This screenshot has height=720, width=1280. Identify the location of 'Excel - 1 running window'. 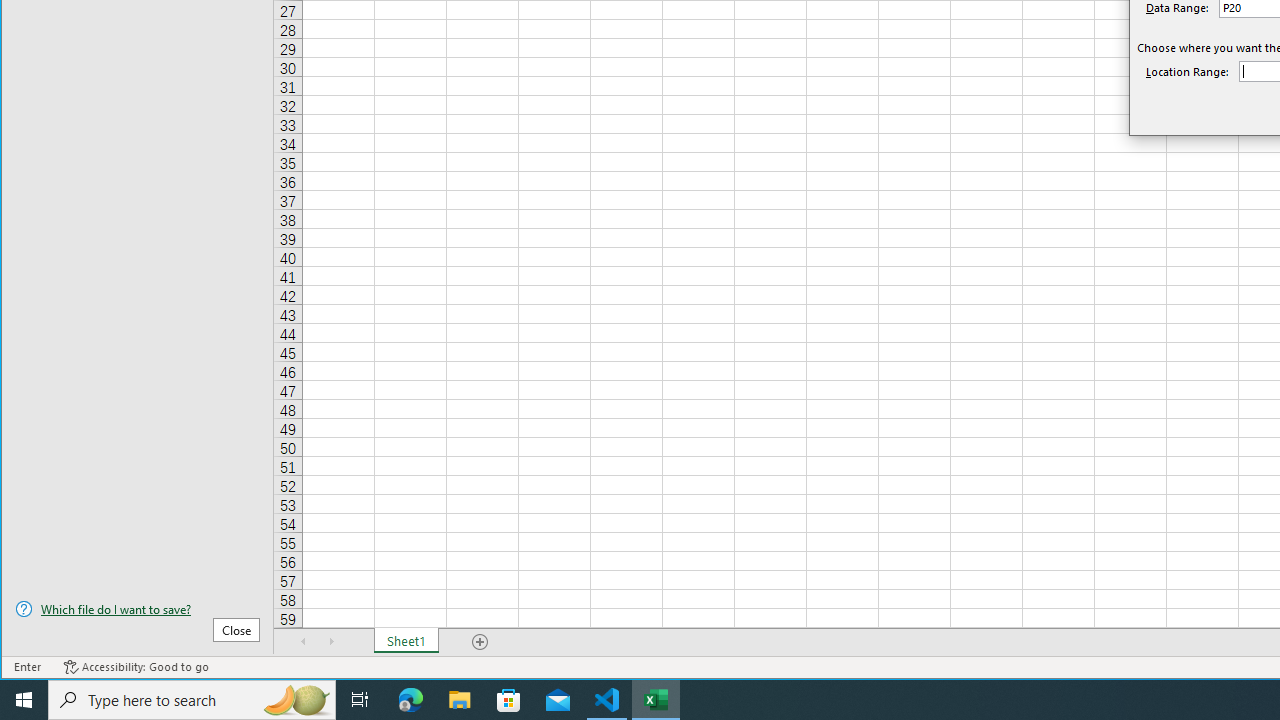
(656, 698).